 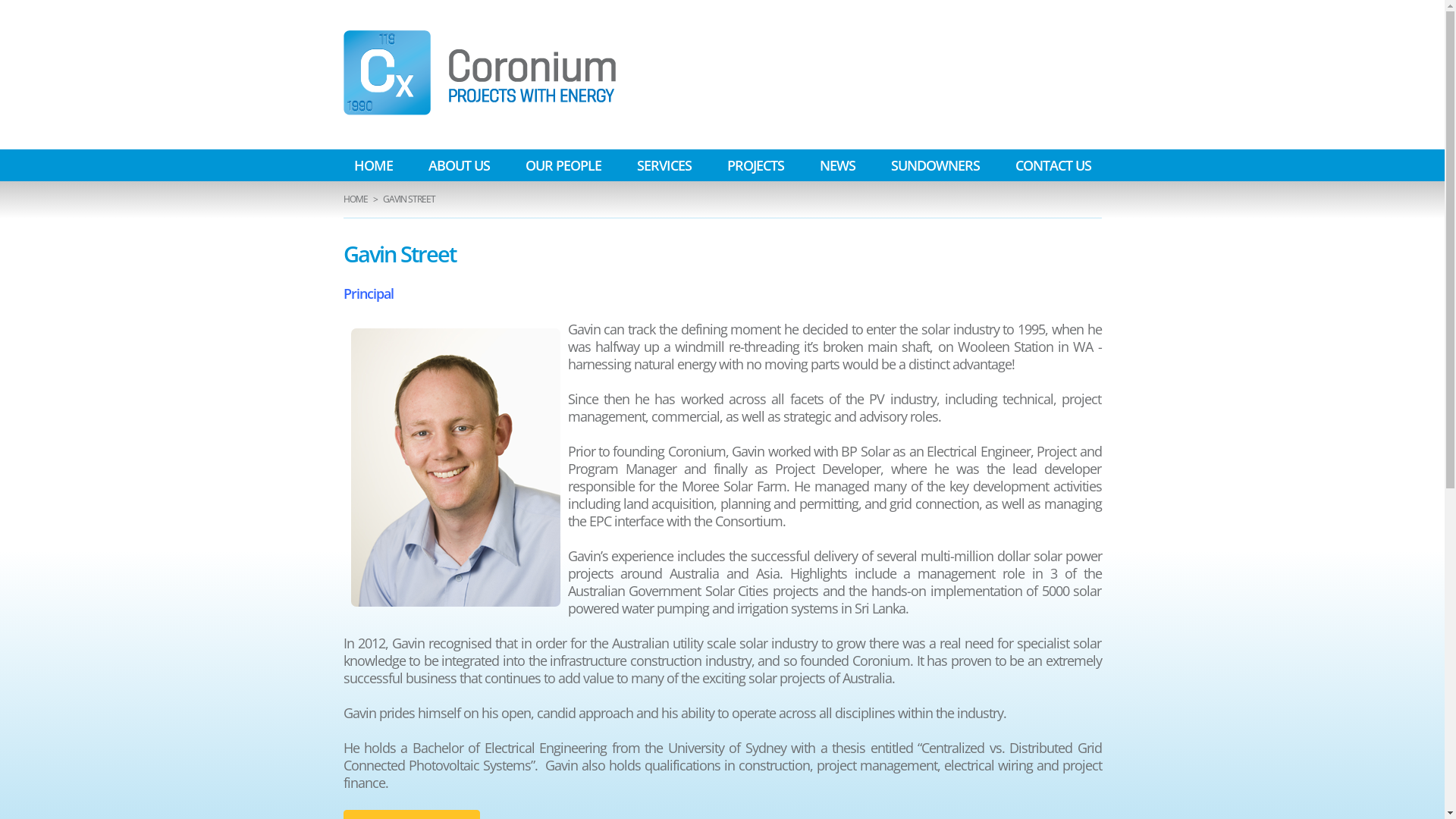 What do you see at coordinates (880, 165) in the screenshot?
I see `'SUNDOWNERS'` at bounding box center [880, 165].